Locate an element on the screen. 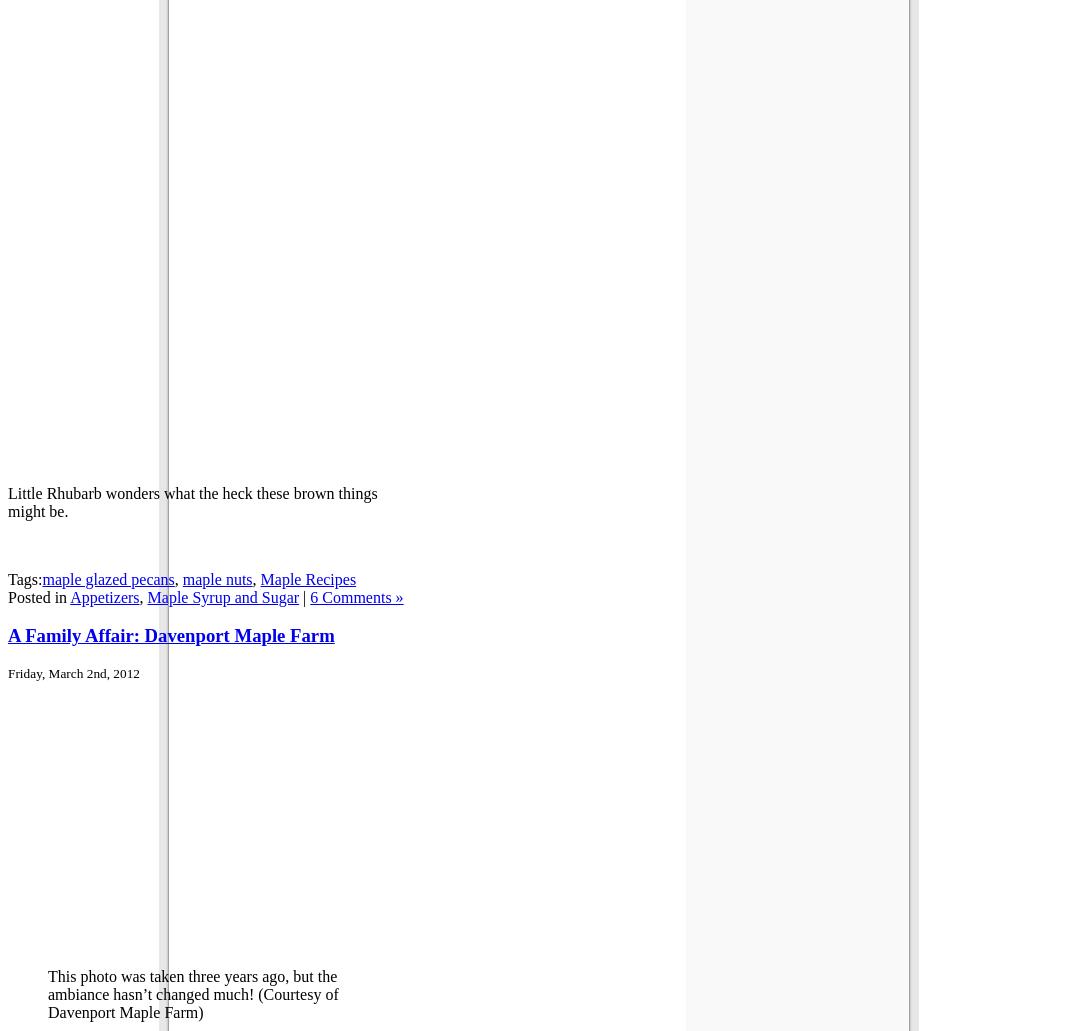  'Maple Syrup and Sugar' is located at coordinates (223, 595).